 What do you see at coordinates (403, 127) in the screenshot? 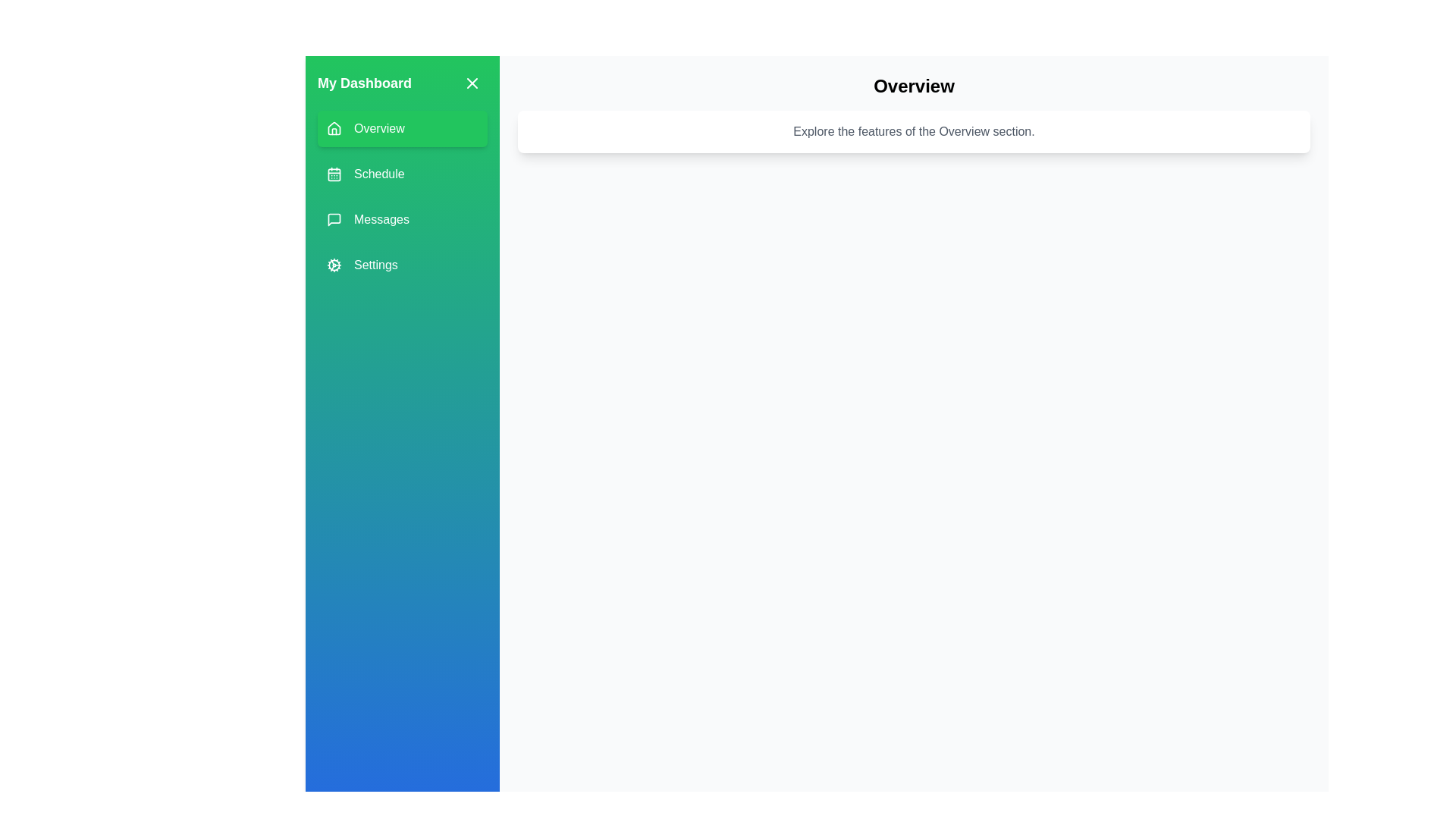
I see `the menu item labeled Overview to change the active section` at bounding box center [403, 127].